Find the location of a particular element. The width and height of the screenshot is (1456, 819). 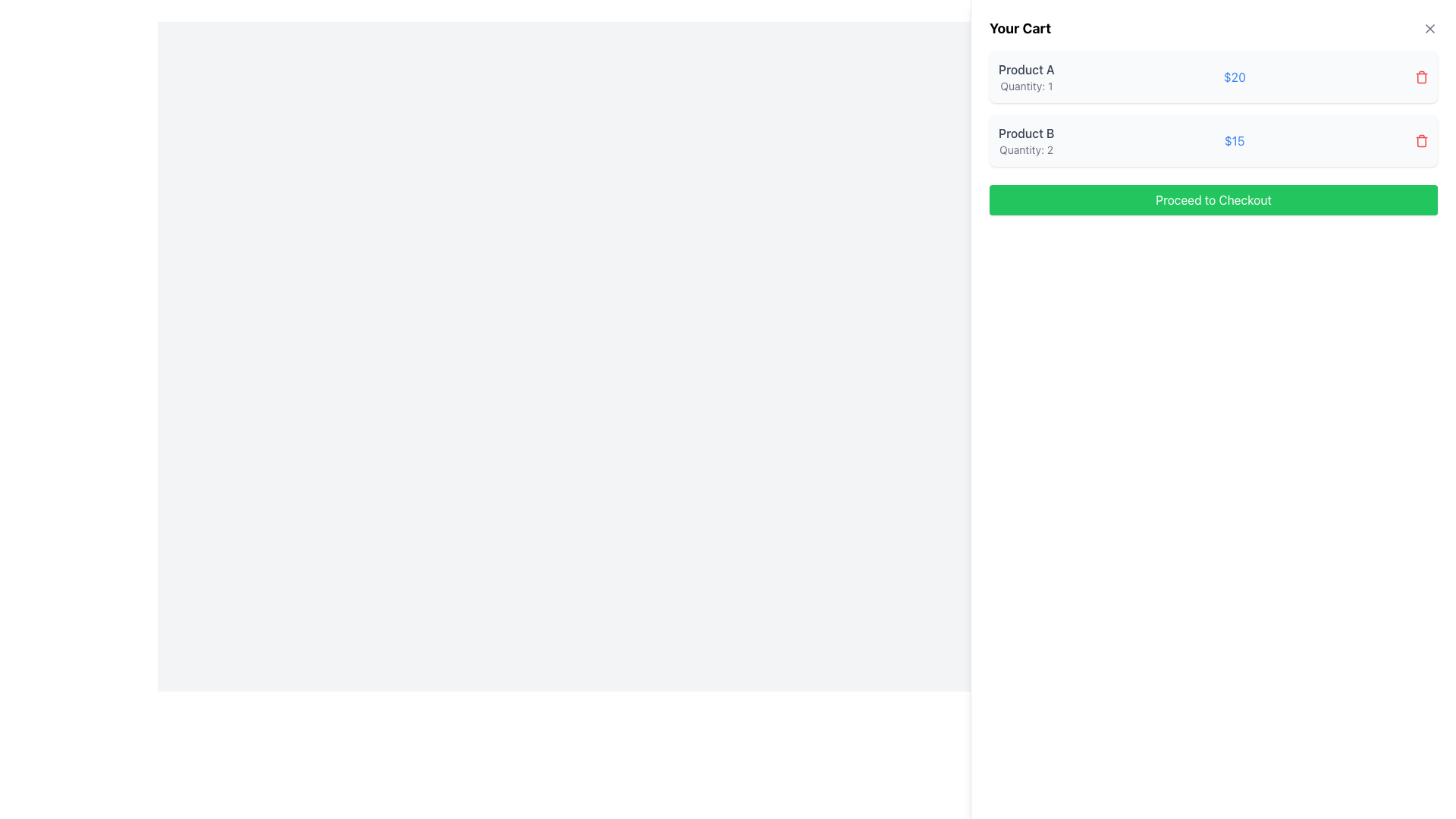

the delete icon button for the 'Product B' item in the cart is located at coordinates (1421, 140).